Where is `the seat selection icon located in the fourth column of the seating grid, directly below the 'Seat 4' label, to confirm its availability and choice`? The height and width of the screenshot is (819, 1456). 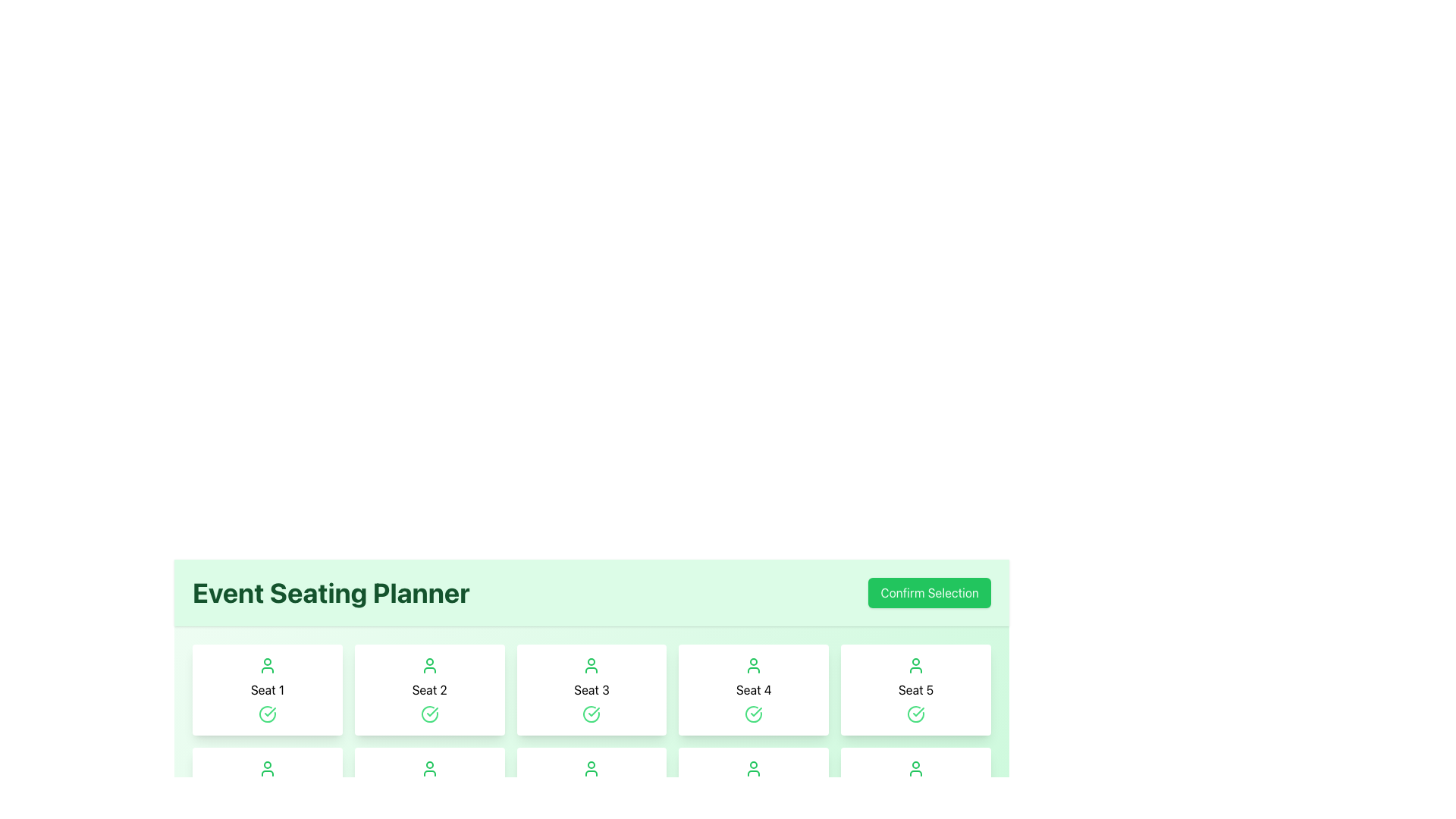
the seat selection icon located in the fourth column of the seating grid, directly below the 'Seat 4' label, to confirm its availability and choice is located at coordinates (754, 714).